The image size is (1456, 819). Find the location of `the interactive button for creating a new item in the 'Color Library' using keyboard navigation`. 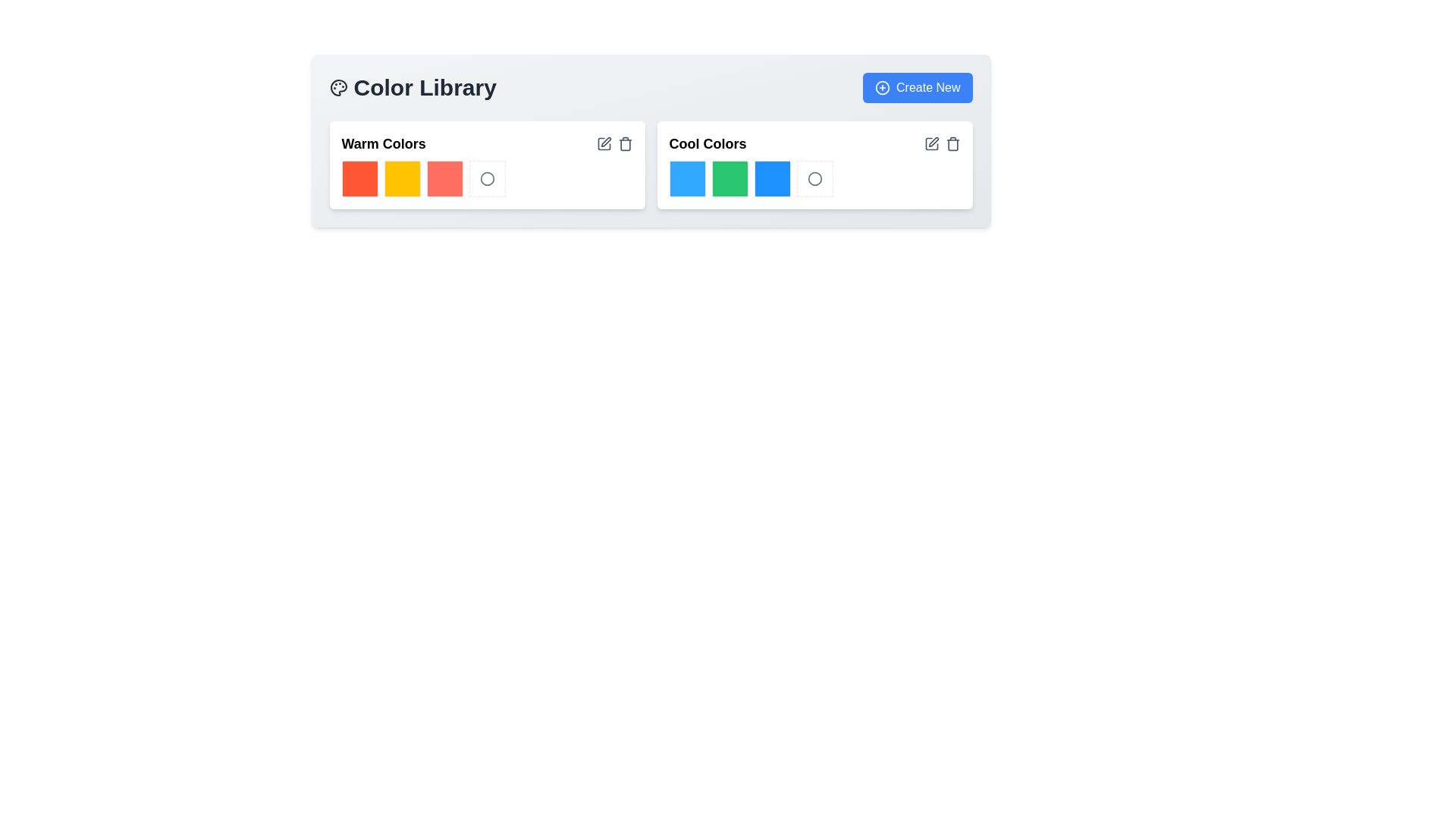

the interactive button for creating a new item in the 'Color Library' using keyboard navigation is located at coordinates (917, 87).